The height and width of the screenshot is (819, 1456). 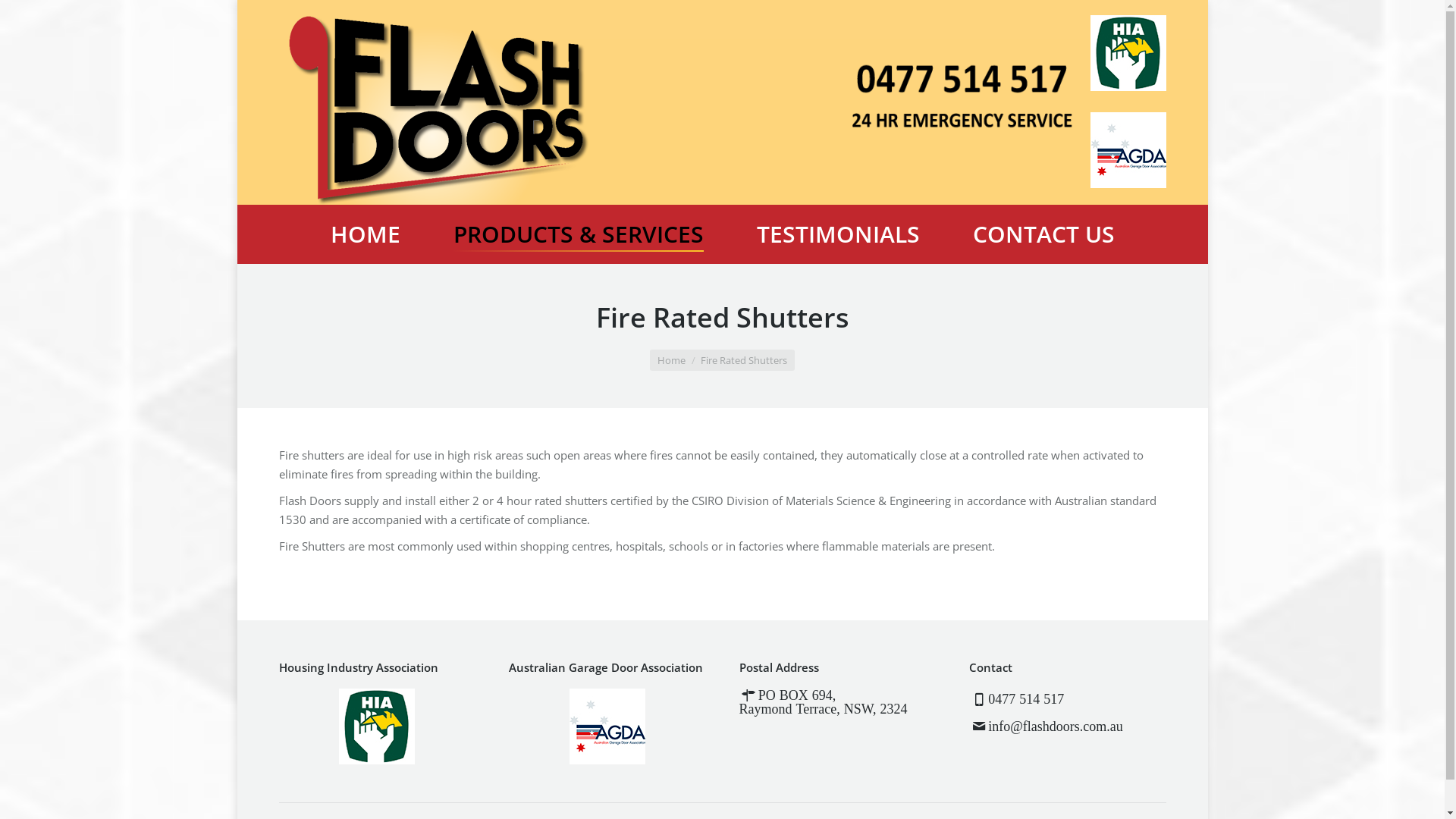 I want to click on 'TESTIMONIALS', so click(x=836, y=234).